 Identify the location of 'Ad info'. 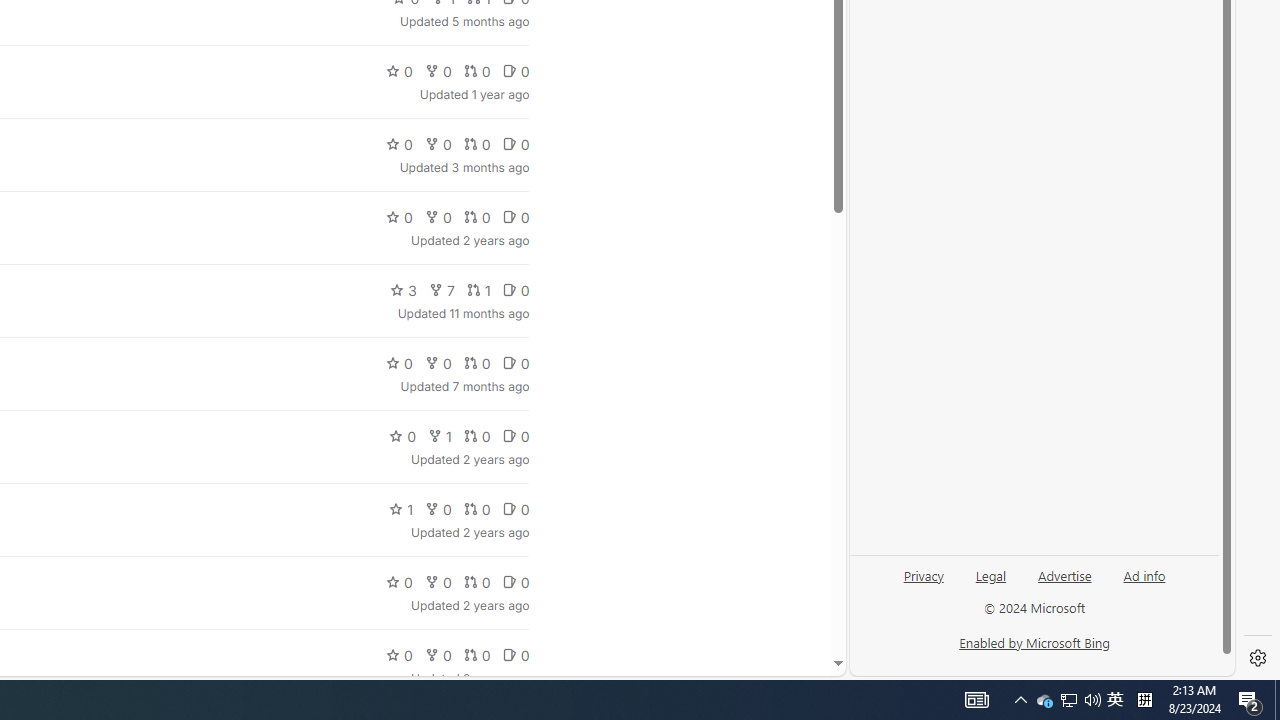
(1144, 583).